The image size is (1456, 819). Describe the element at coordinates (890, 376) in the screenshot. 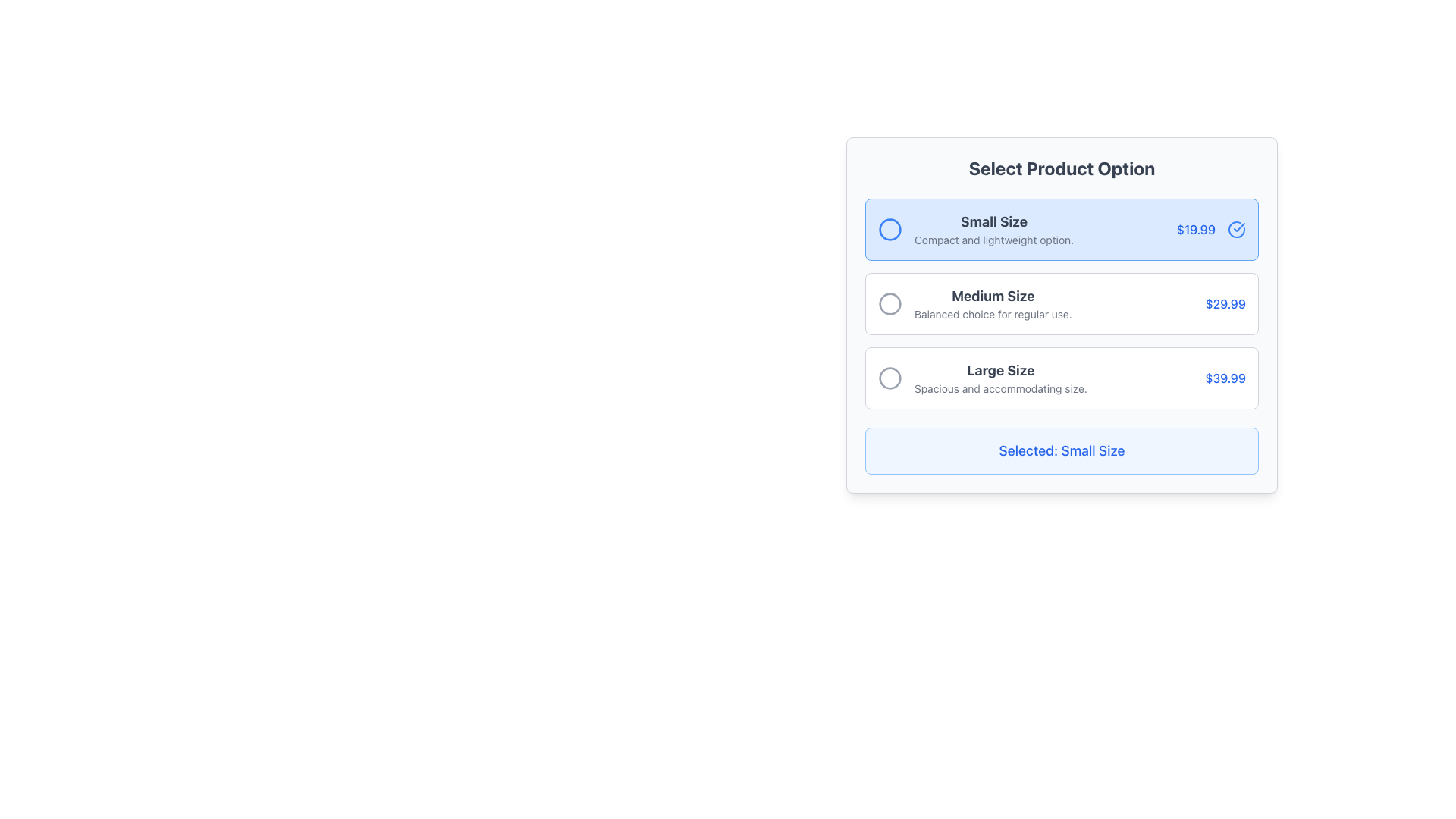

I see `the radio button indicator for the 'Large Size' option` at that location.